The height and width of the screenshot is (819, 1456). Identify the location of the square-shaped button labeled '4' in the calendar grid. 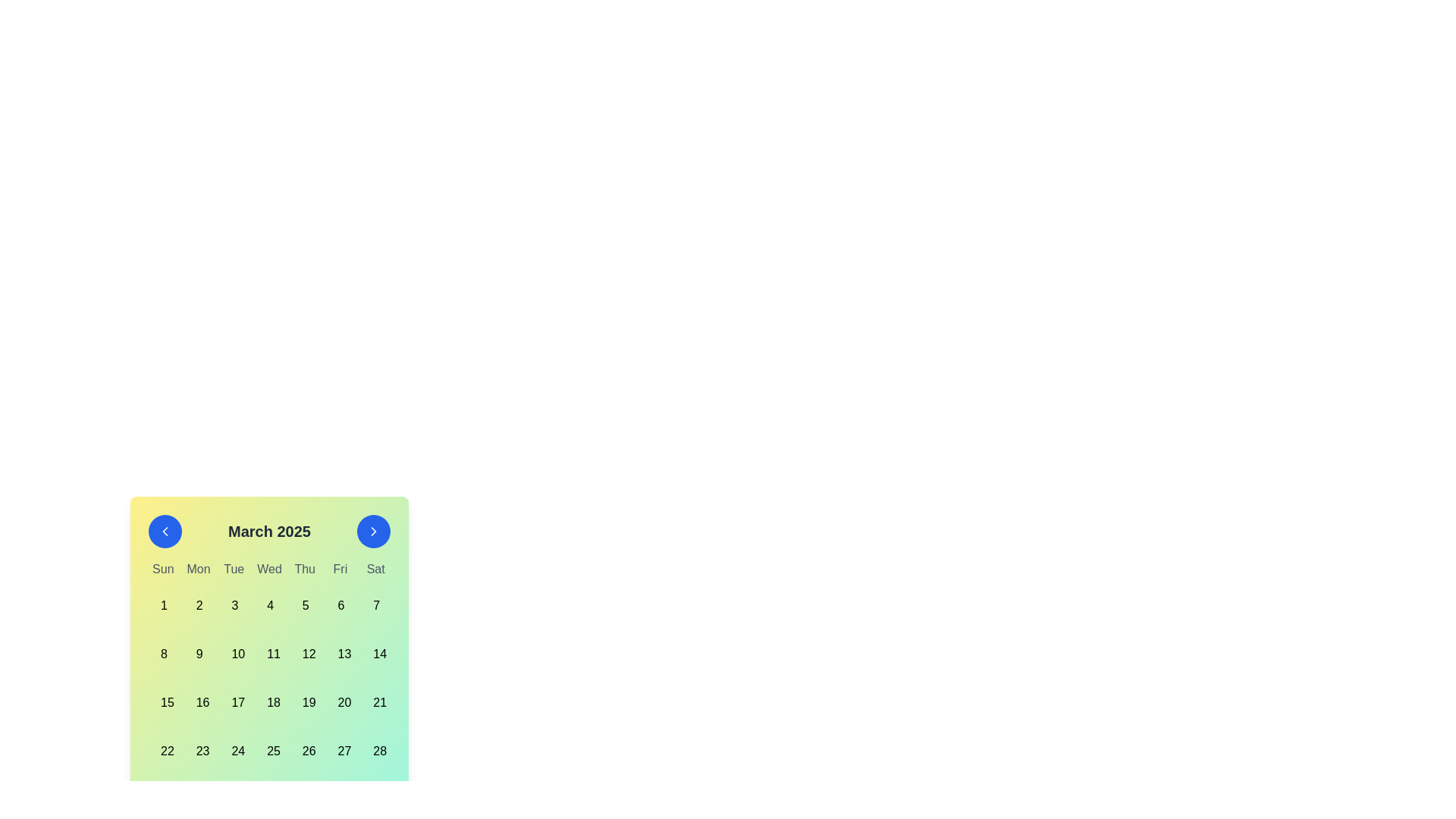
(269, 604).